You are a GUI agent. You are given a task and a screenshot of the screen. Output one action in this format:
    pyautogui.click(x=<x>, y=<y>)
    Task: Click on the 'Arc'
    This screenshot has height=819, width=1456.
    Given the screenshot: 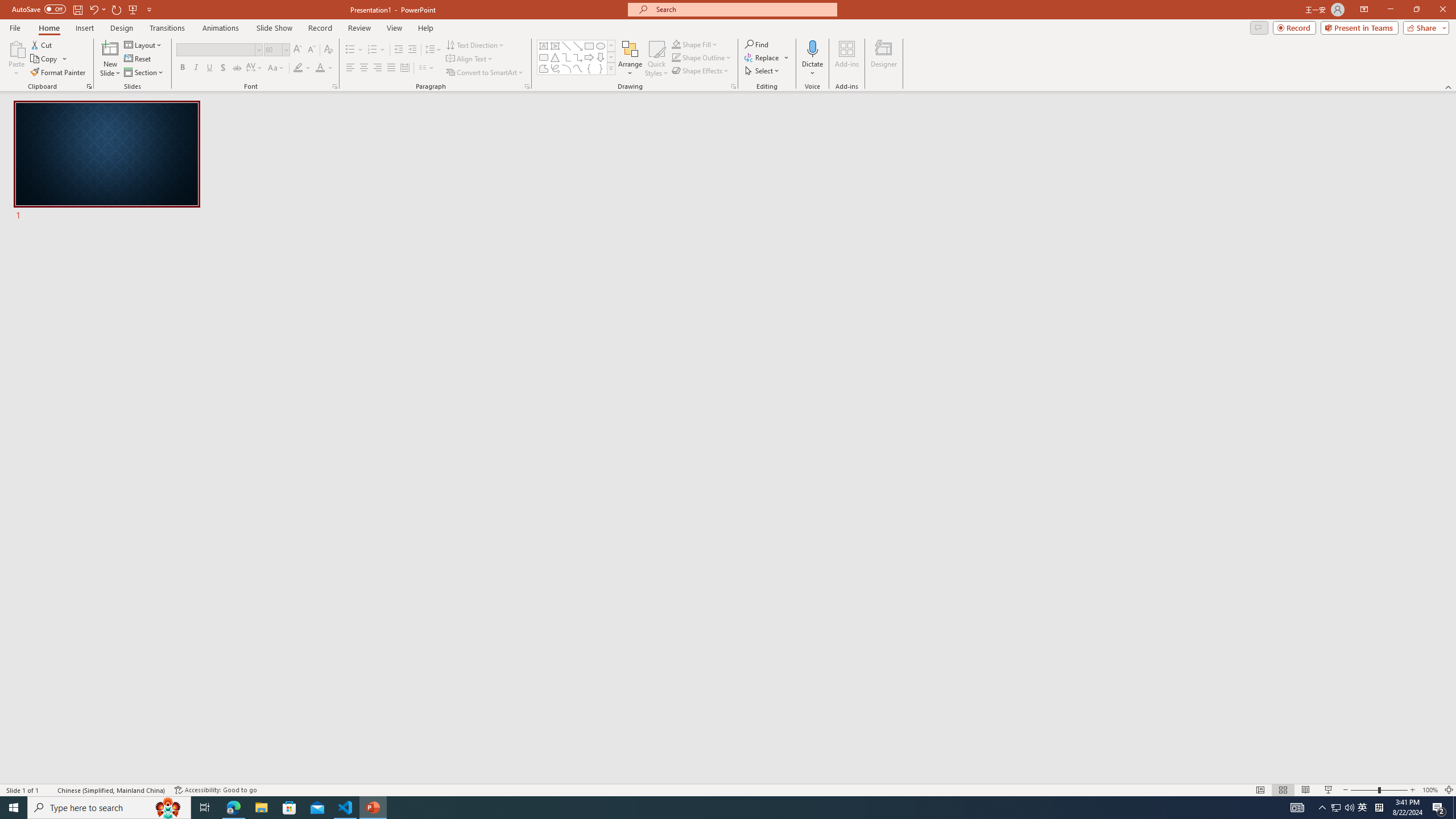 What is the action you would take?
    pyautogui.click(x=565, y=68)
    